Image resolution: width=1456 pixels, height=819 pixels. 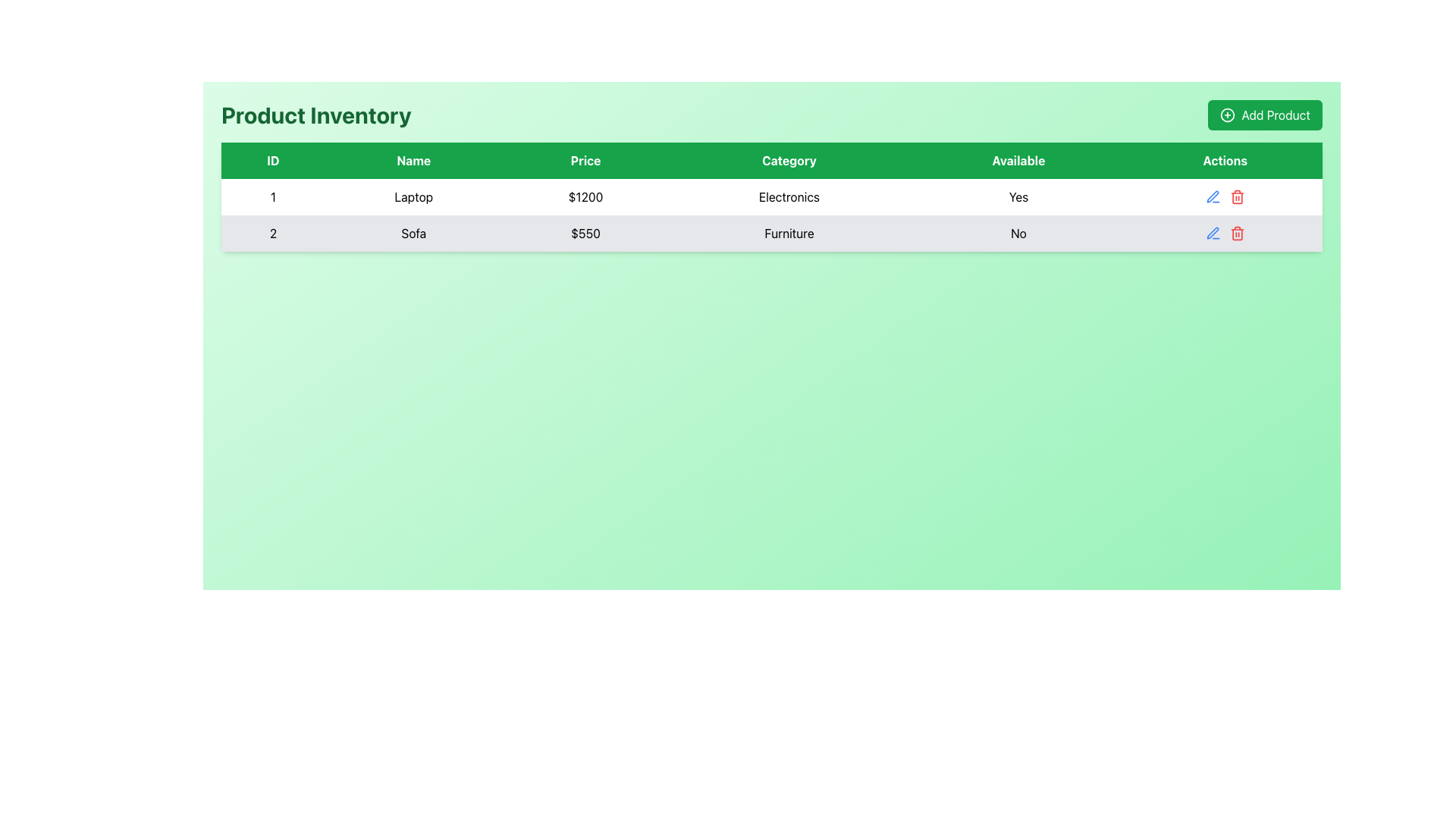 I want to click on the edit icon button located in the 'Actions' column of the second row in the table layout, so click(x=1211, y=196).